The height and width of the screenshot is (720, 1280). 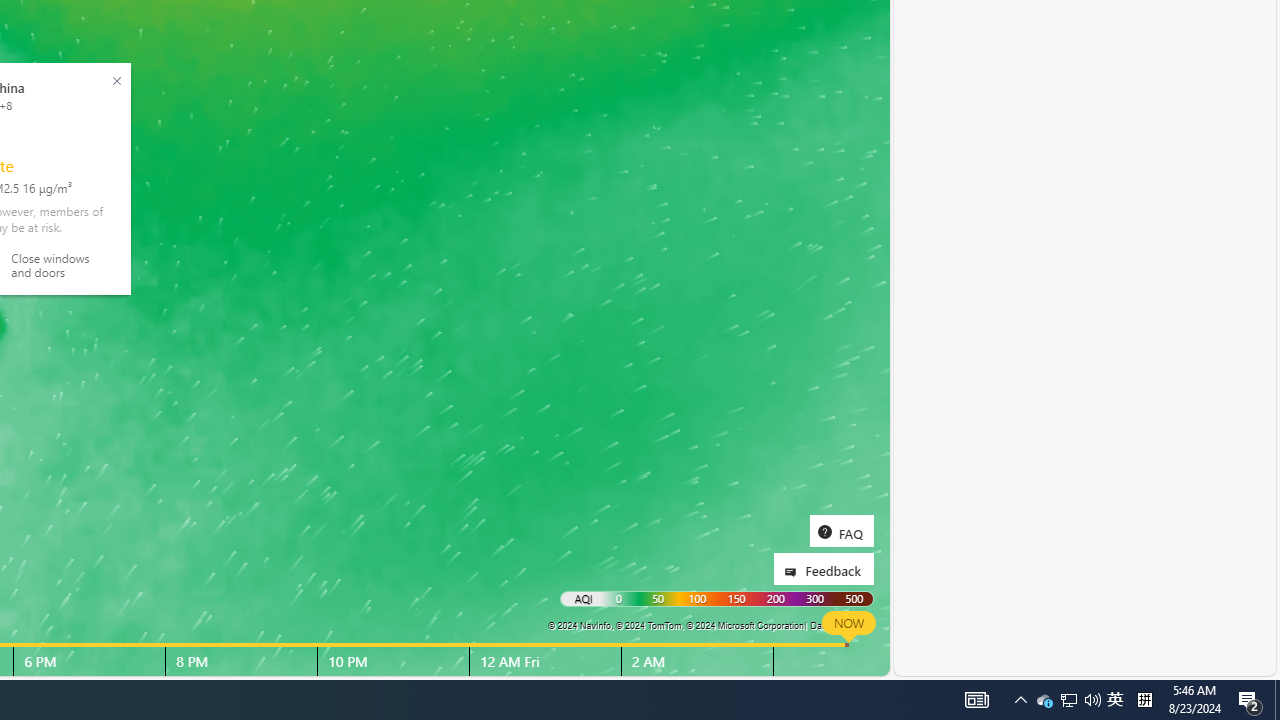 What do you see at coordinates (840, 624) in the screenshot?
I see `'Data Providers'` at bounding box center [840, 624].